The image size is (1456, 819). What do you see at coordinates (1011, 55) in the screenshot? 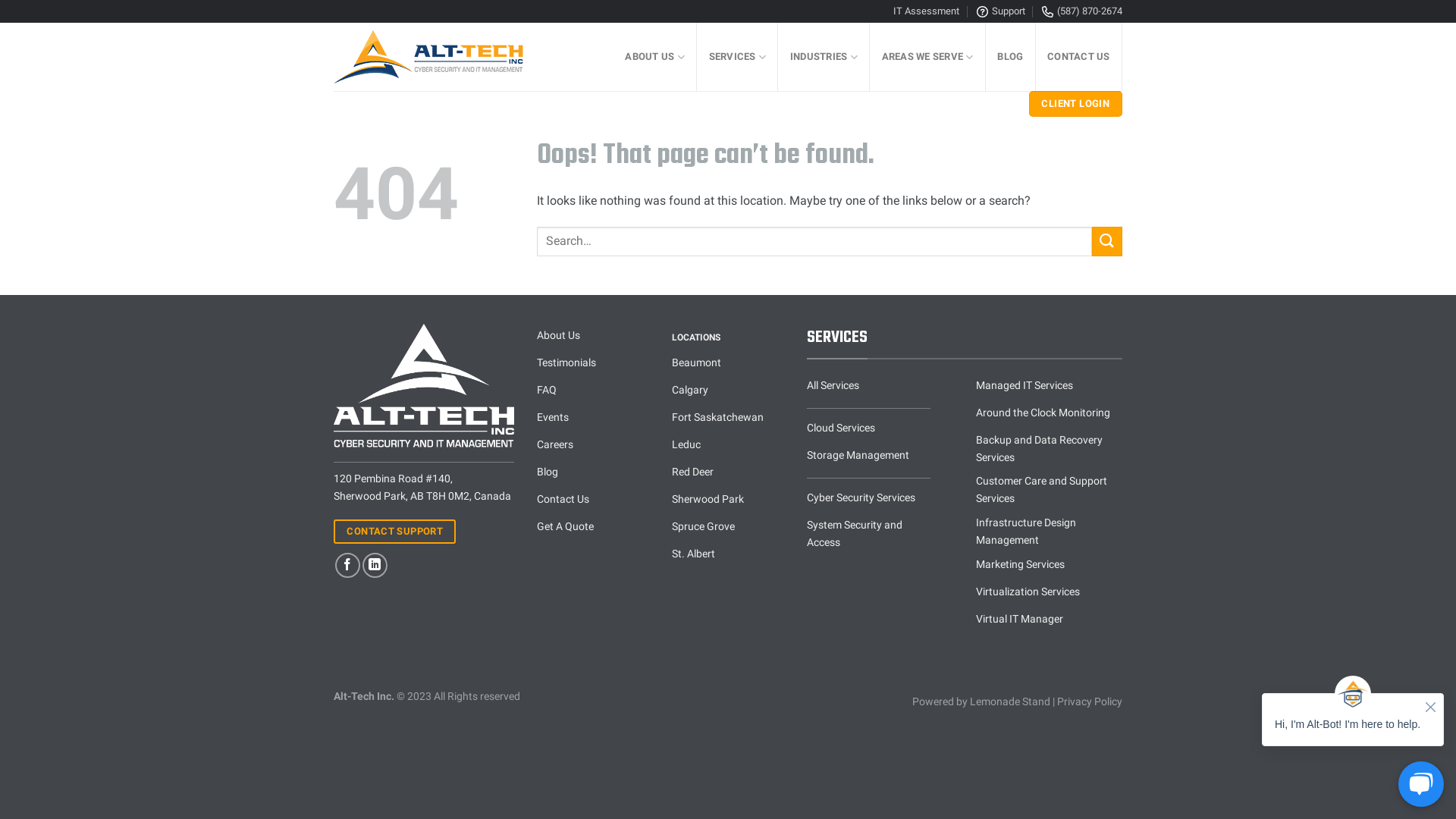
I see `'BLOG'` at bounding box center [1011, 55].